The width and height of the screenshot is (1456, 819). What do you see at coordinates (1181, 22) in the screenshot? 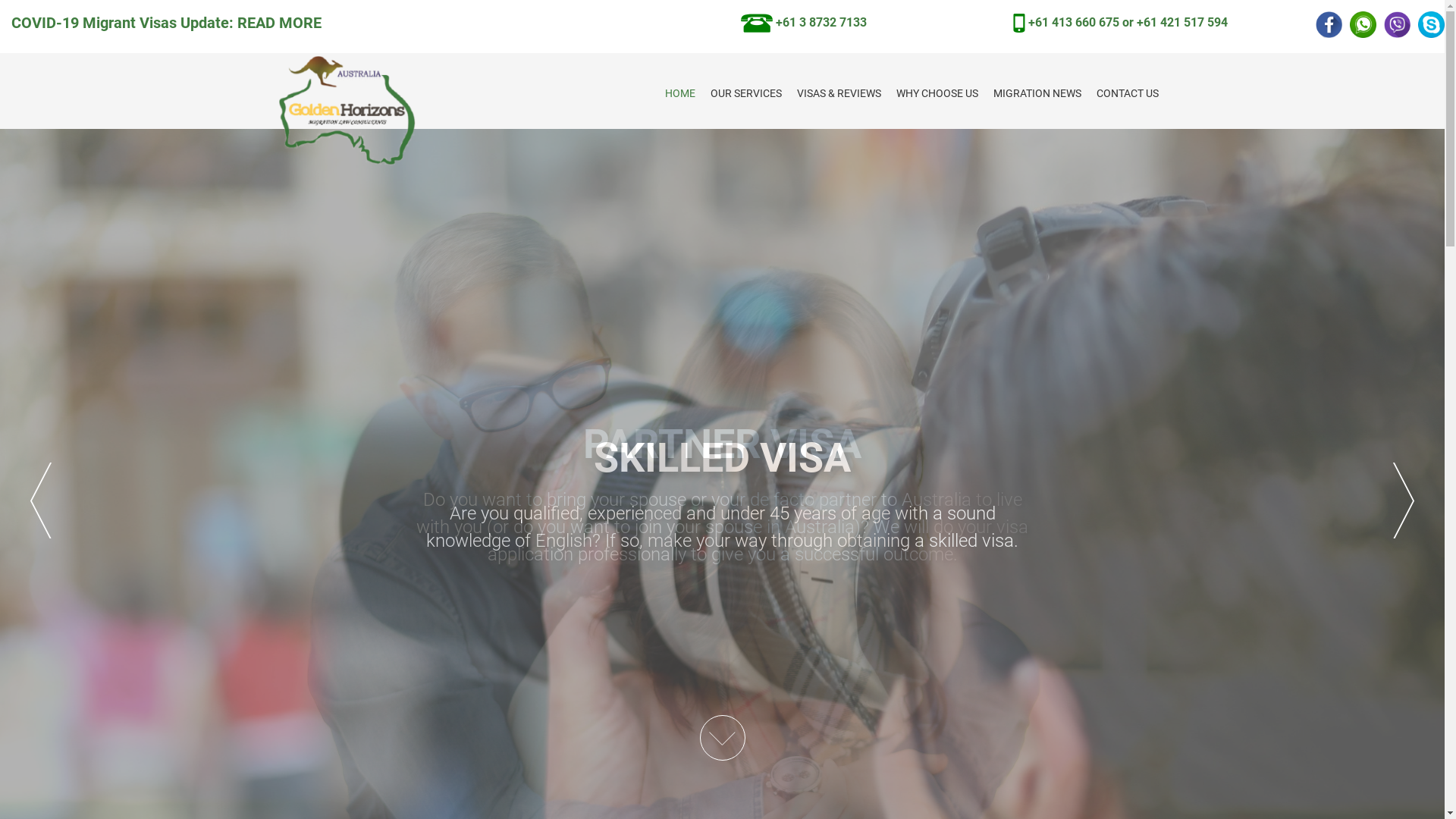
I see `'+61 421 517 594'` at bounding box center [1181, 22].